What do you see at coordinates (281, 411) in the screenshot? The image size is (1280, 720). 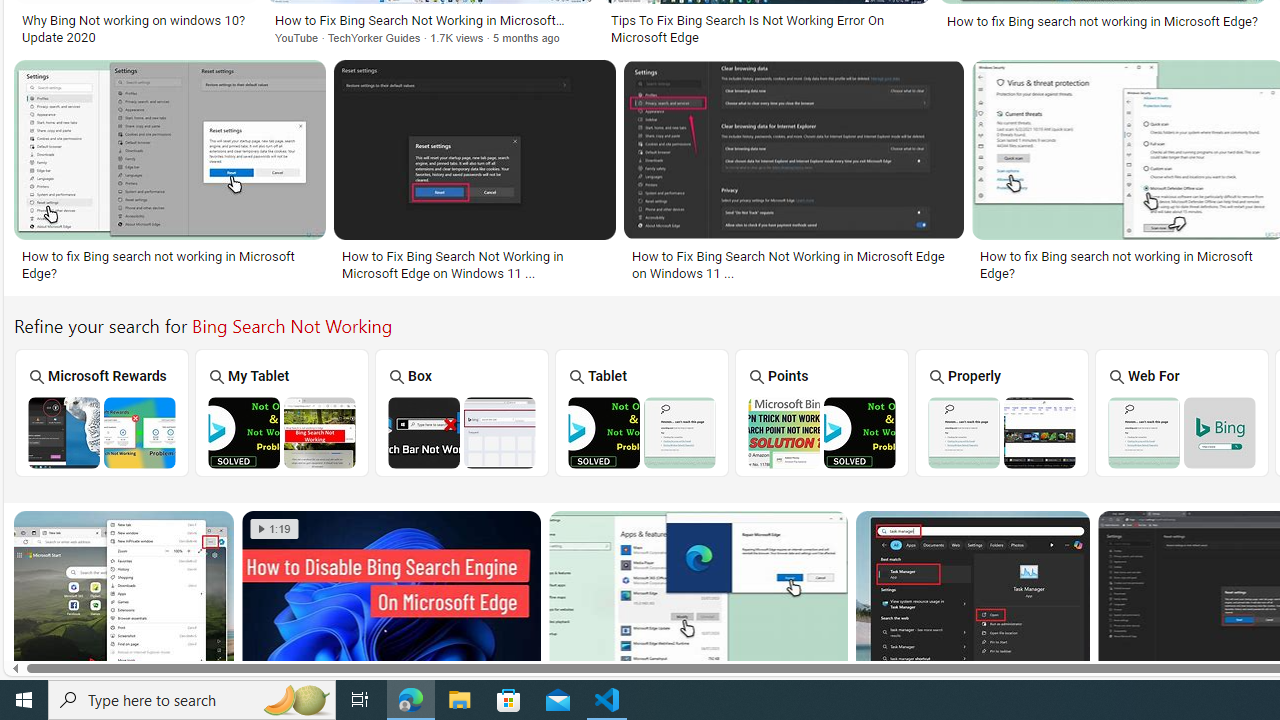 I see `'Bing Search Not Working On My Tablet My Tablet'` at bounding box center [281, 411].